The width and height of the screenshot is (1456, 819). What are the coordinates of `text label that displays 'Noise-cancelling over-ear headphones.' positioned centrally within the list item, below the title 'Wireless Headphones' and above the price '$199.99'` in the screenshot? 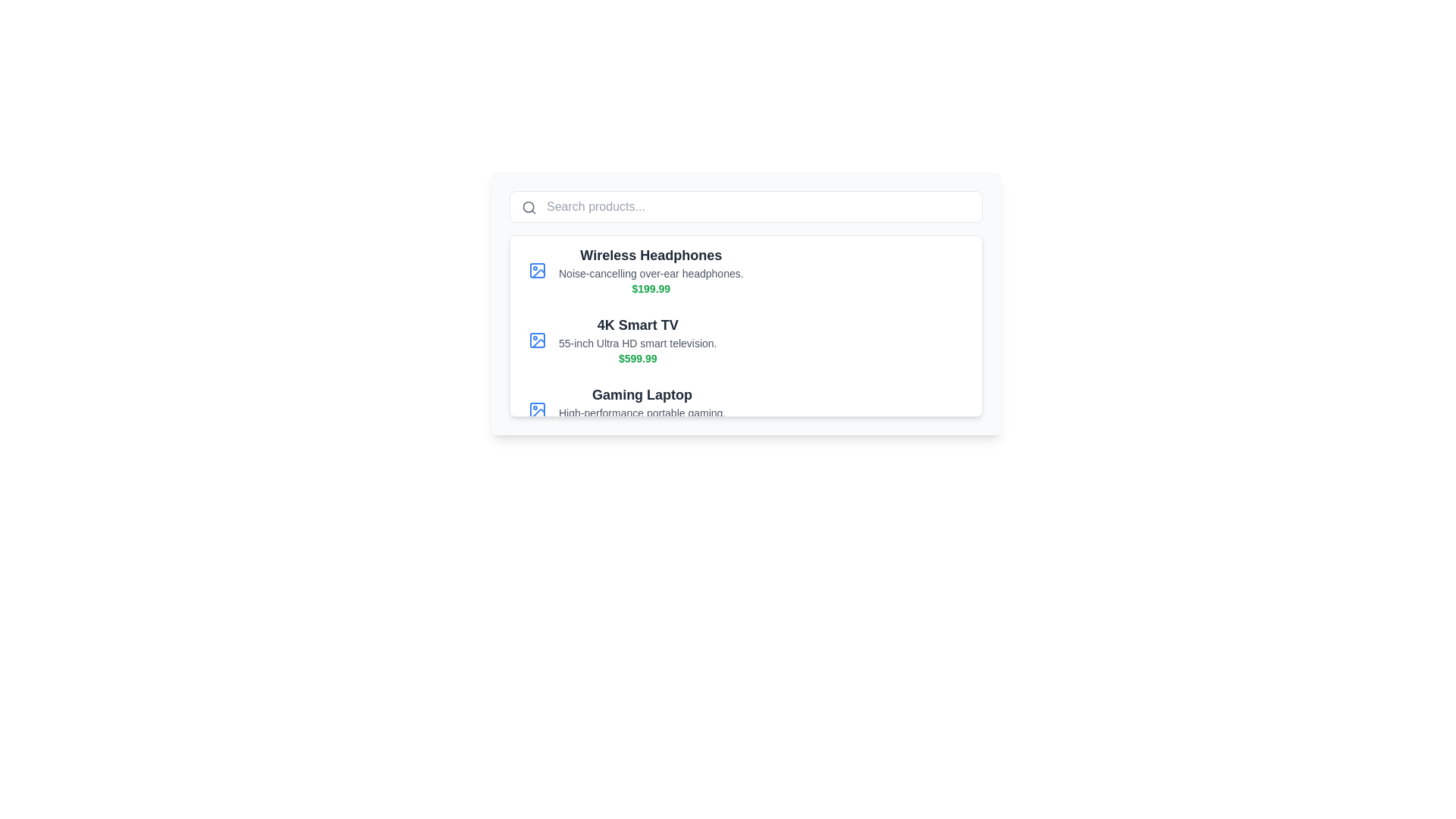 It's located at (651, 274).